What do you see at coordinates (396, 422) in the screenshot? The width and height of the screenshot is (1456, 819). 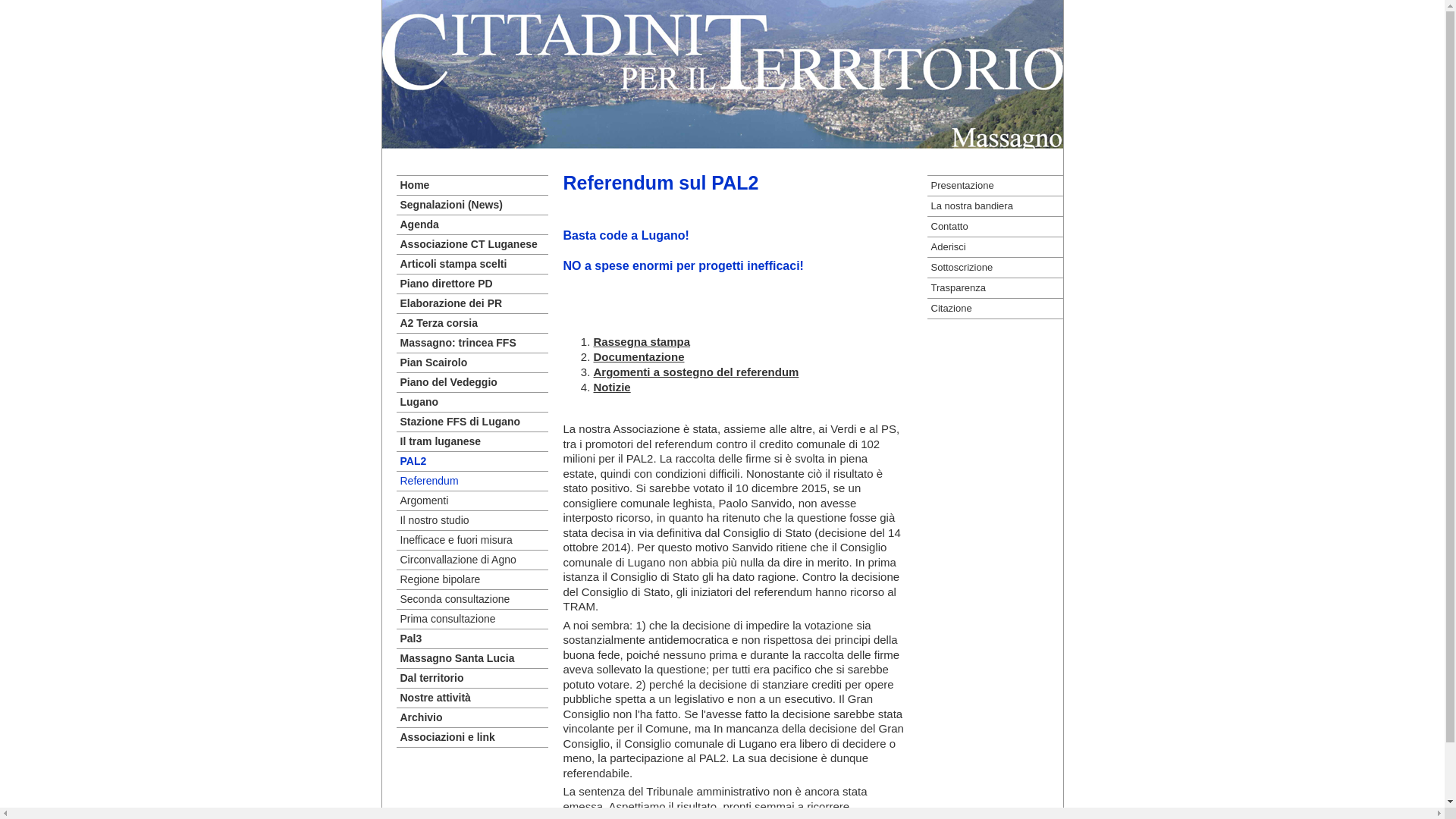 I see `'Stazione FFS di Lugano'` at bounding box center [396, 422].